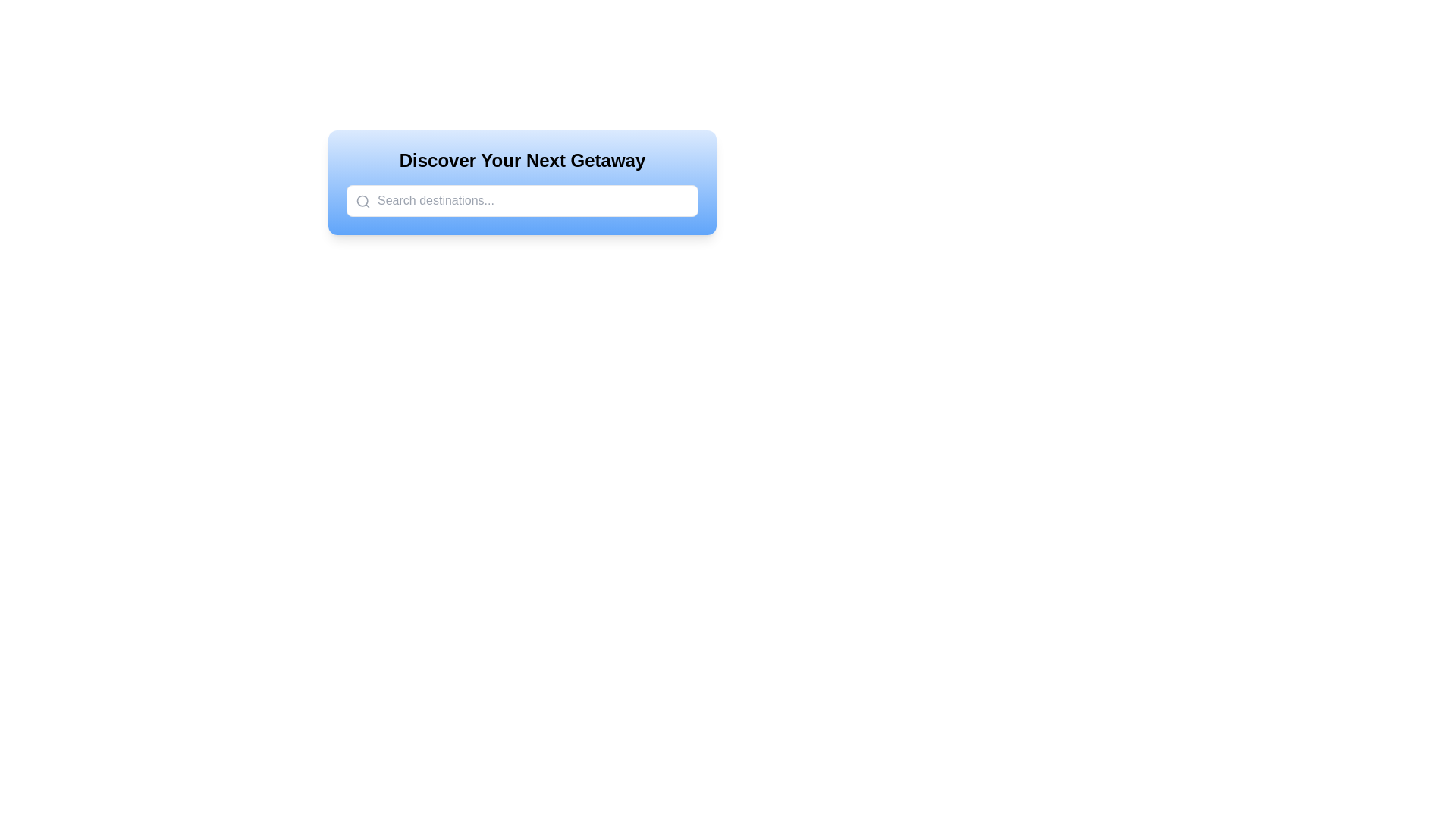 The height and width of the screenshot is (819, 1456). What do you see at coordinates (362, 201) in the screenshot?
I see `the circular magnifying glass icon, which is styled with a thin stroke and no fill, located to the far left inside the text input box below the 'Discover Your Next Getaway' header` at bounding box center [362, 201].